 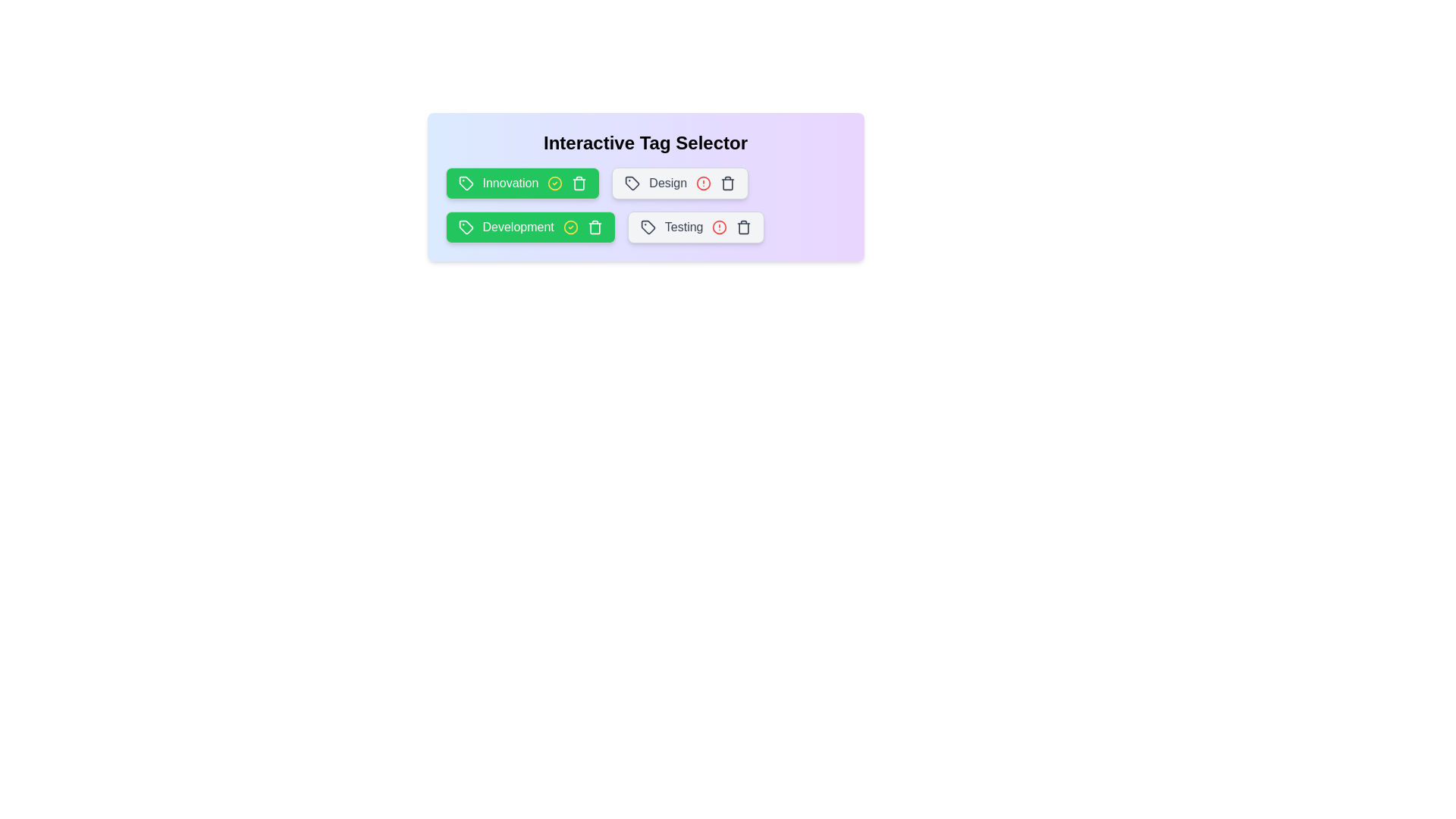 What do you see at coordinates (728, 183) in the screenshot?
I see `the delete button for the tag labeled Design` at bounding box center [728, 183].